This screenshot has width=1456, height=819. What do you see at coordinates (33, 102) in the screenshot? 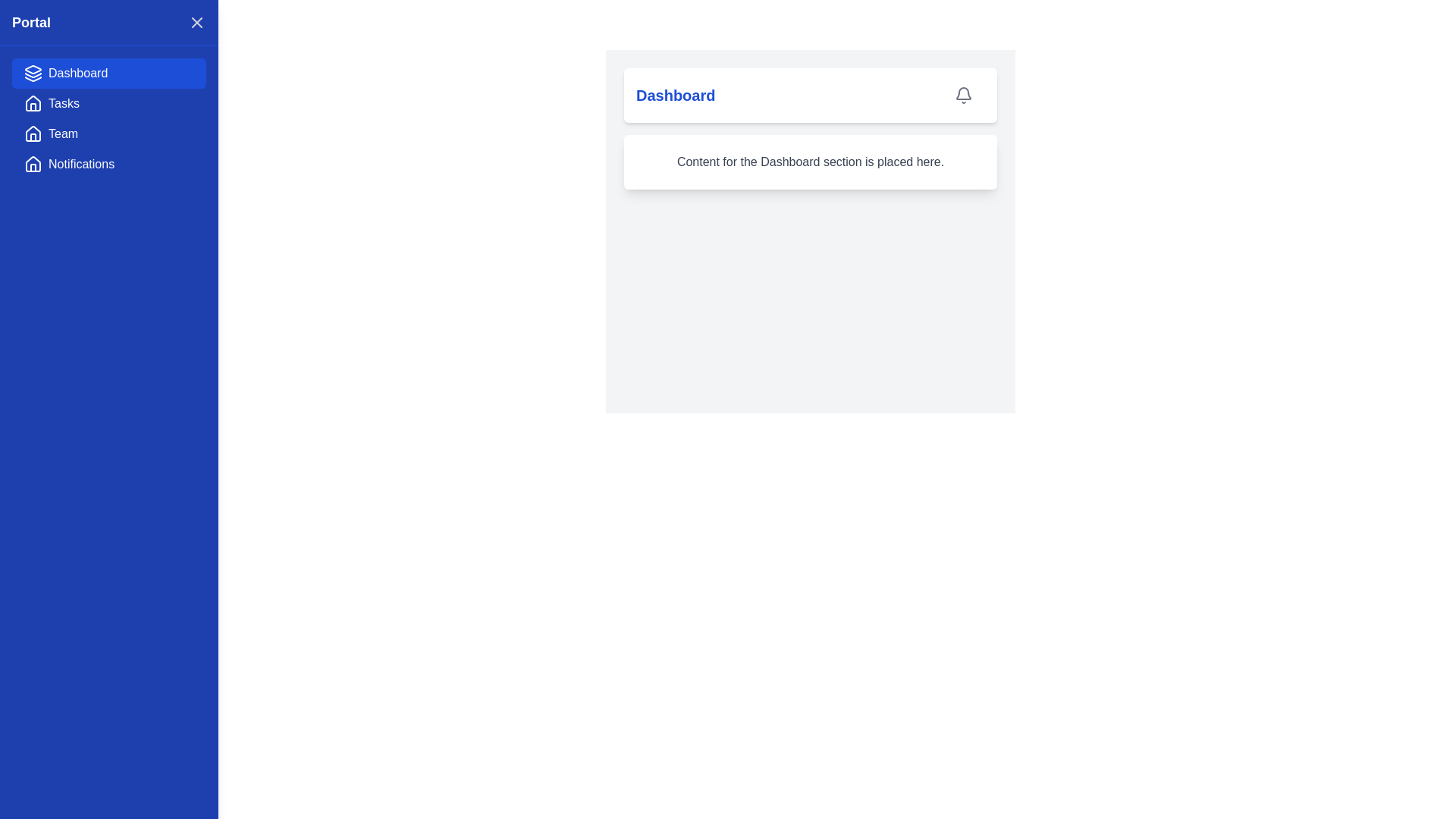
I see `the 'Tasks' icon in the left-hand navigation panel, which is the second icon in the vertically stacked list, positioned below 'Dashboard' and above 'Team'` at bounding box center [33, 102].